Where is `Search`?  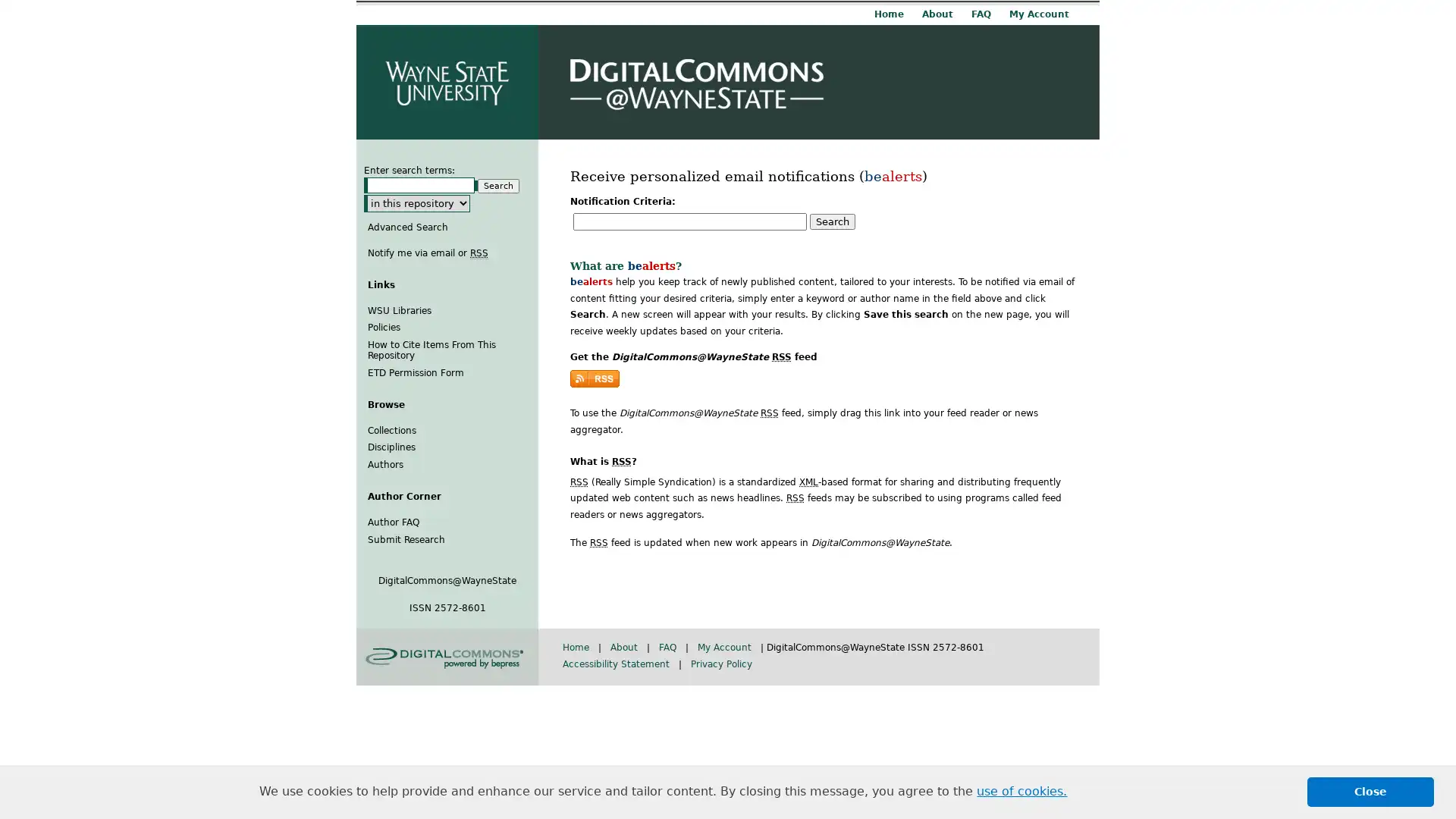 Search is located at coordinates (498, 185).